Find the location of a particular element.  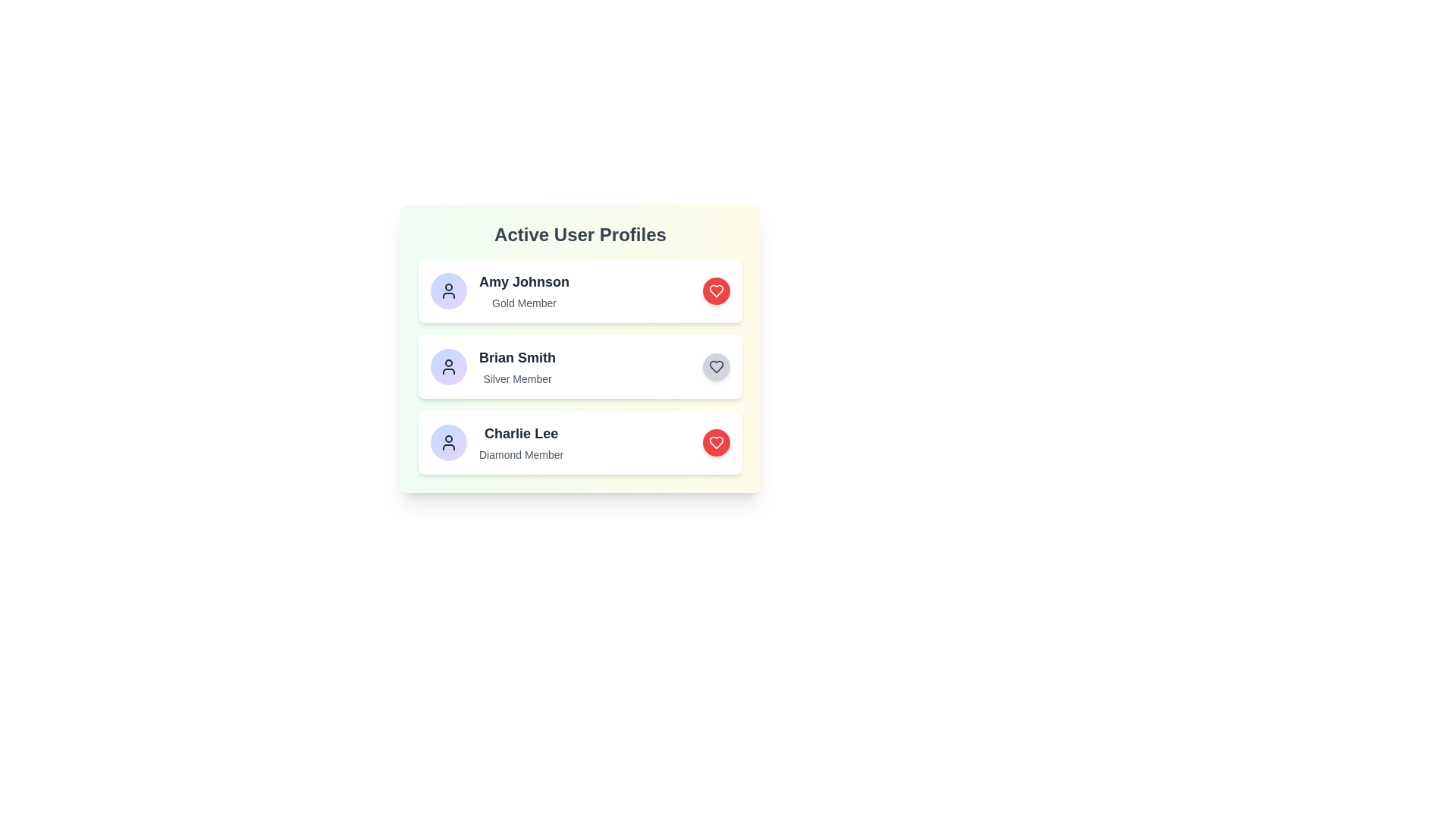

the red heart icon for 'like' or 'favorite' action located within the user card for 'Amy Johnson', to the right side of the card is located at coordinates (716, 442).